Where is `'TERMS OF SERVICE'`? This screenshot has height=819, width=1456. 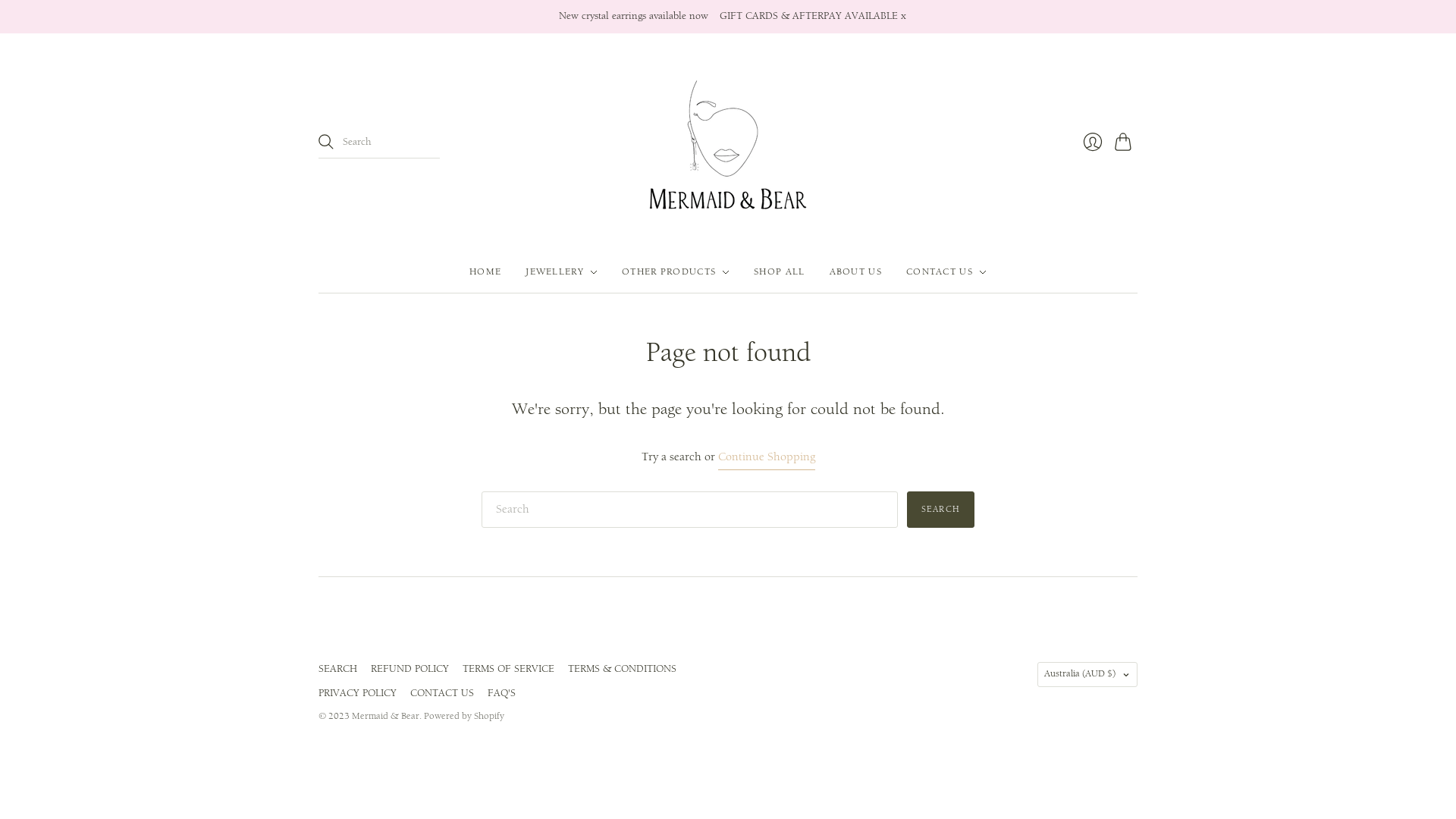
'TERMS OF SERVICE' is located at coordinates (508, 668).